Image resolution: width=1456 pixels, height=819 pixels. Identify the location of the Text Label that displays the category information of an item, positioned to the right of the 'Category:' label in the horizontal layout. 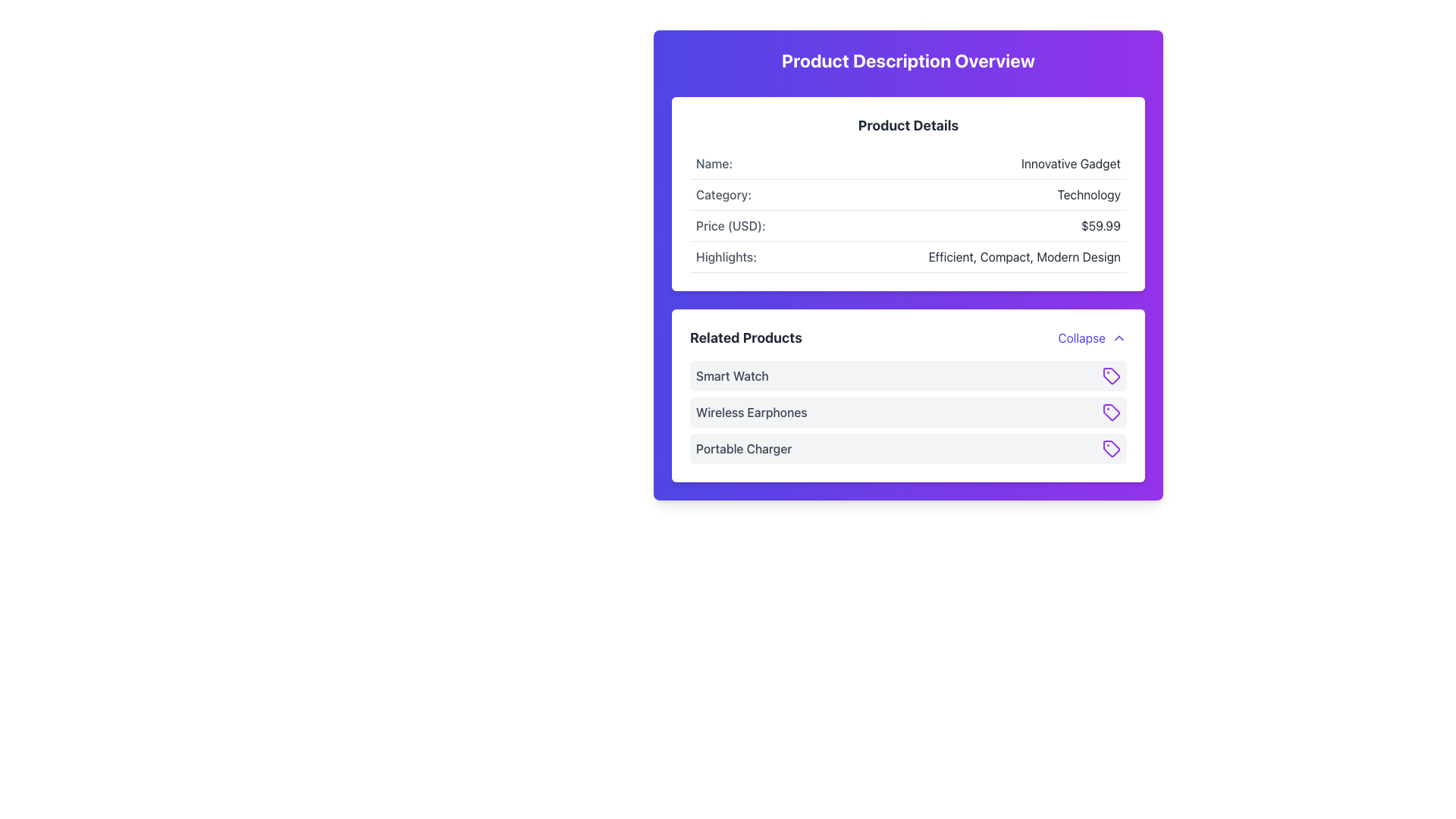
(1088, 194).